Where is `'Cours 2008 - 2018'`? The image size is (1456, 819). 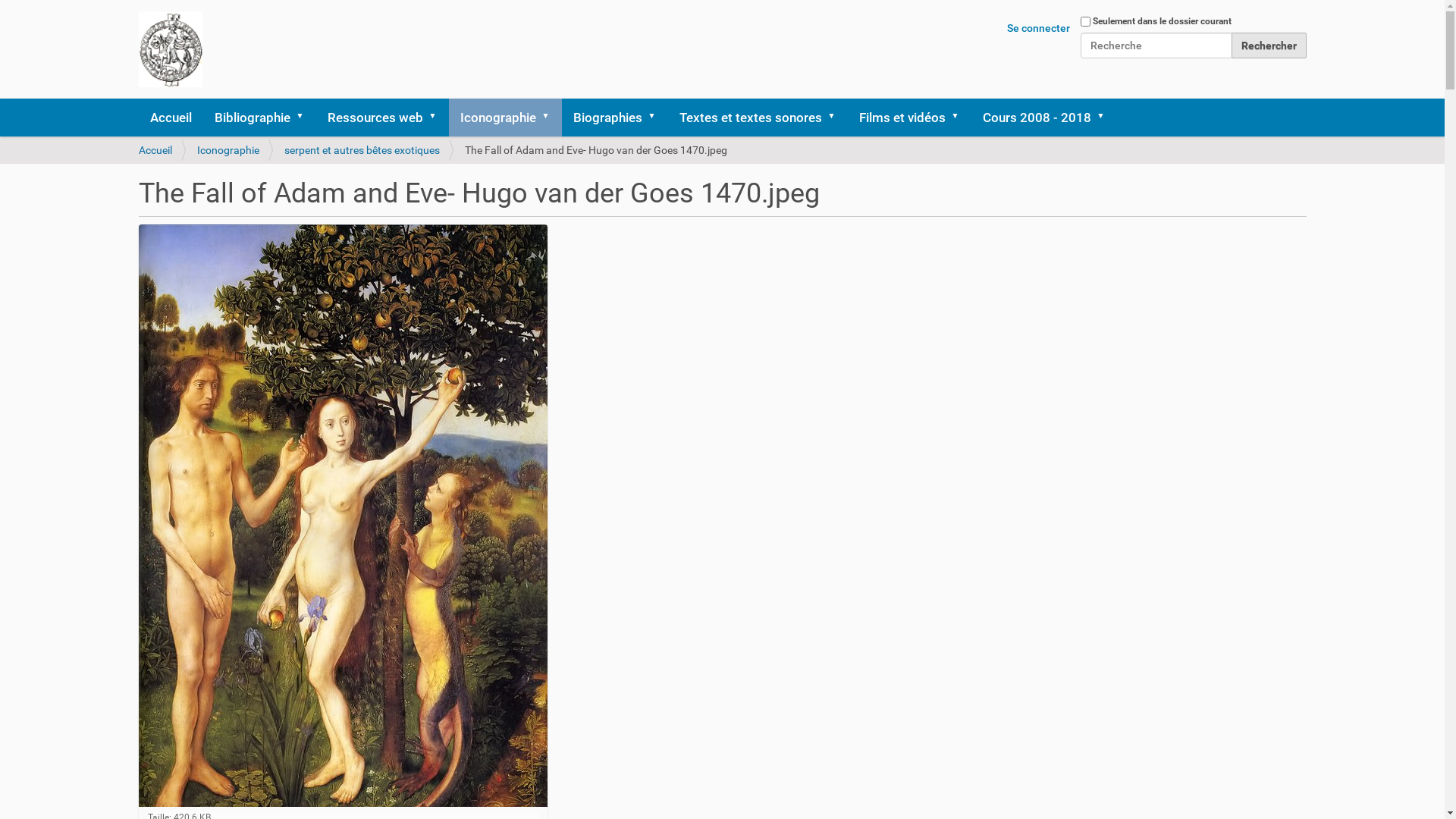 'Cours 2008 - 2018' is located at coordinates (1043, 116).